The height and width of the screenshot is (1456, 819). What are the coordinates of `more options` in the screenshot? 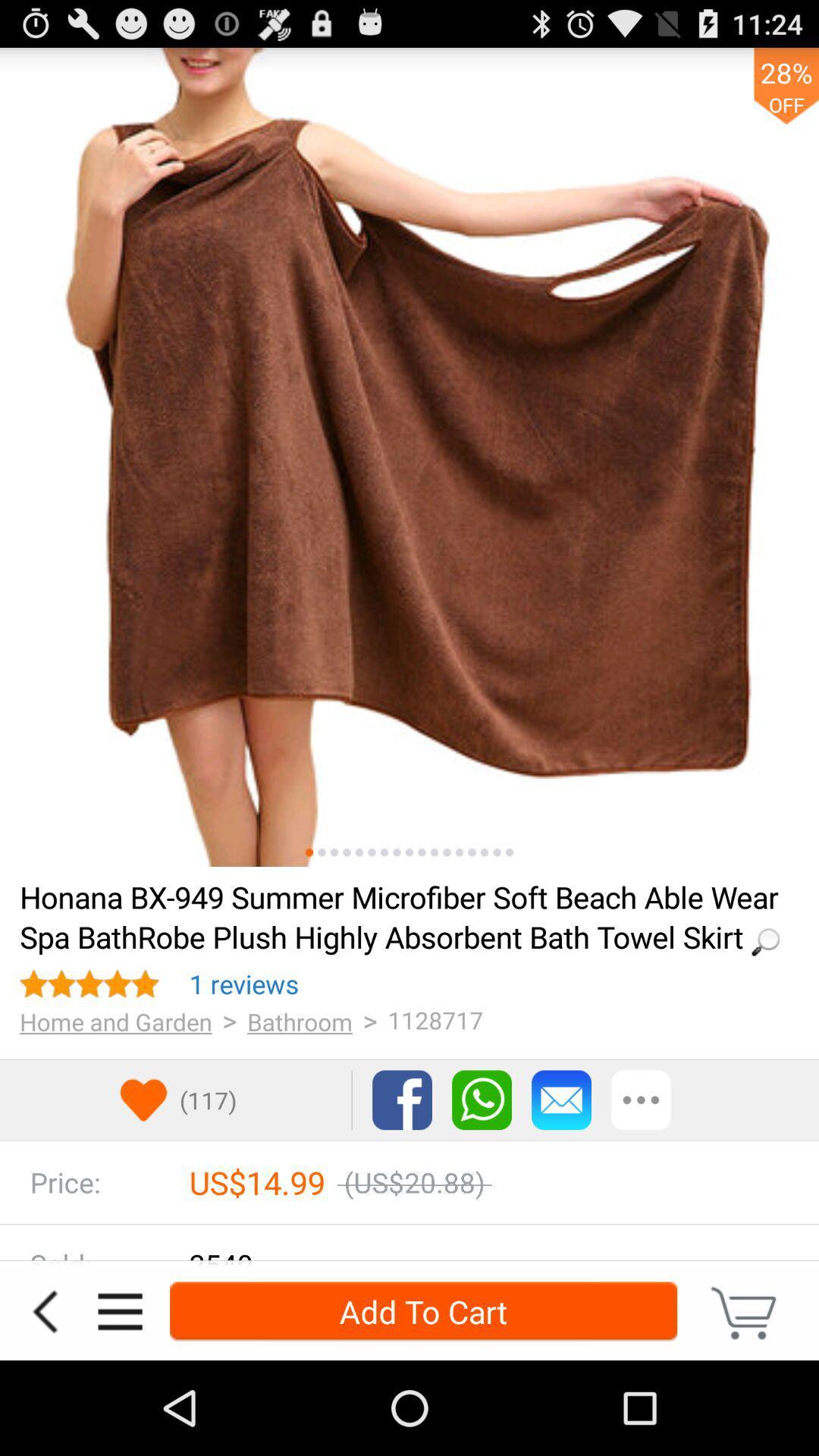 It's located at (119, 1310).